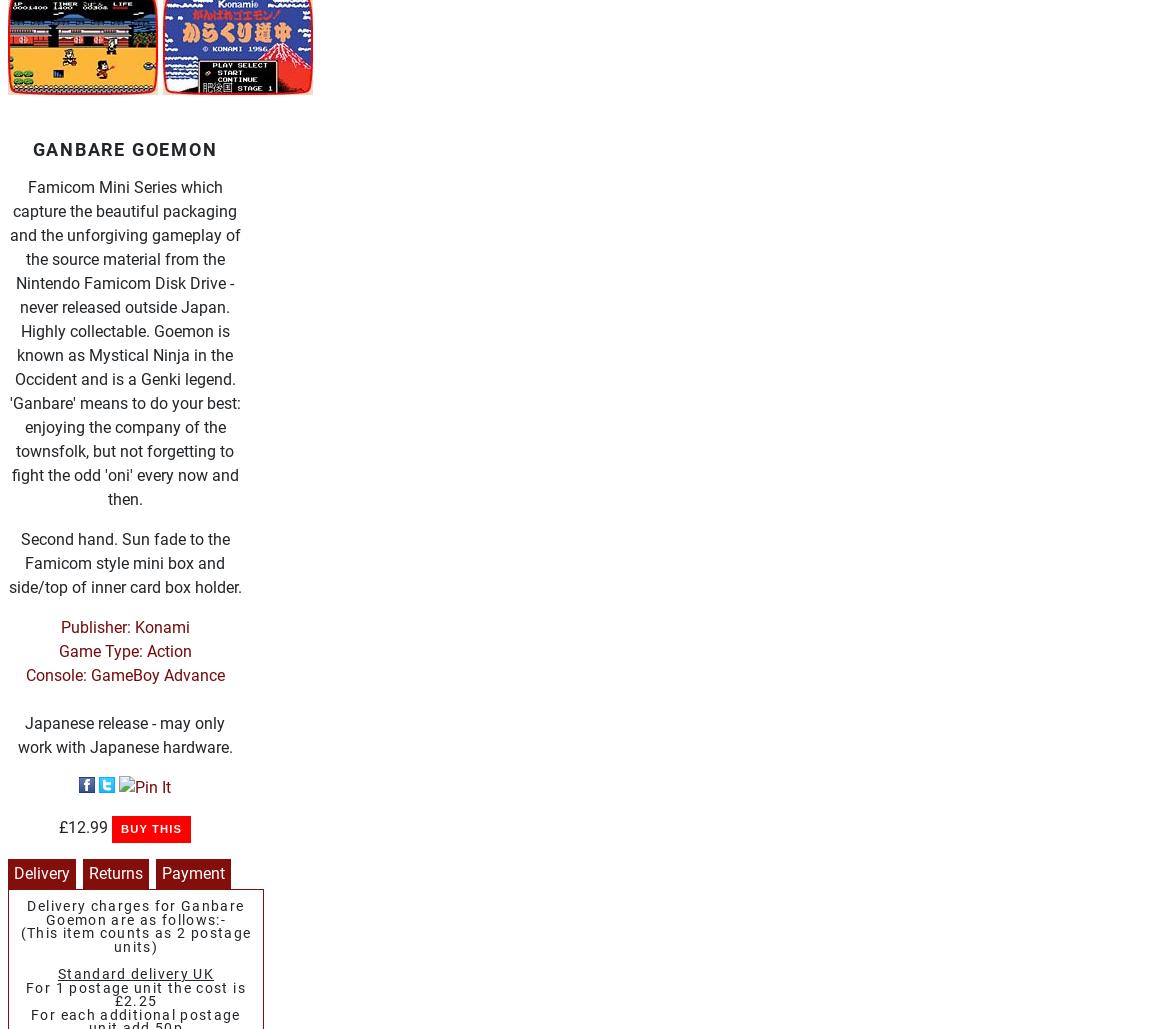  Describe the element at coordinates (144, 357) in the screenshot. I see `'Sega Hardware'` at that location.